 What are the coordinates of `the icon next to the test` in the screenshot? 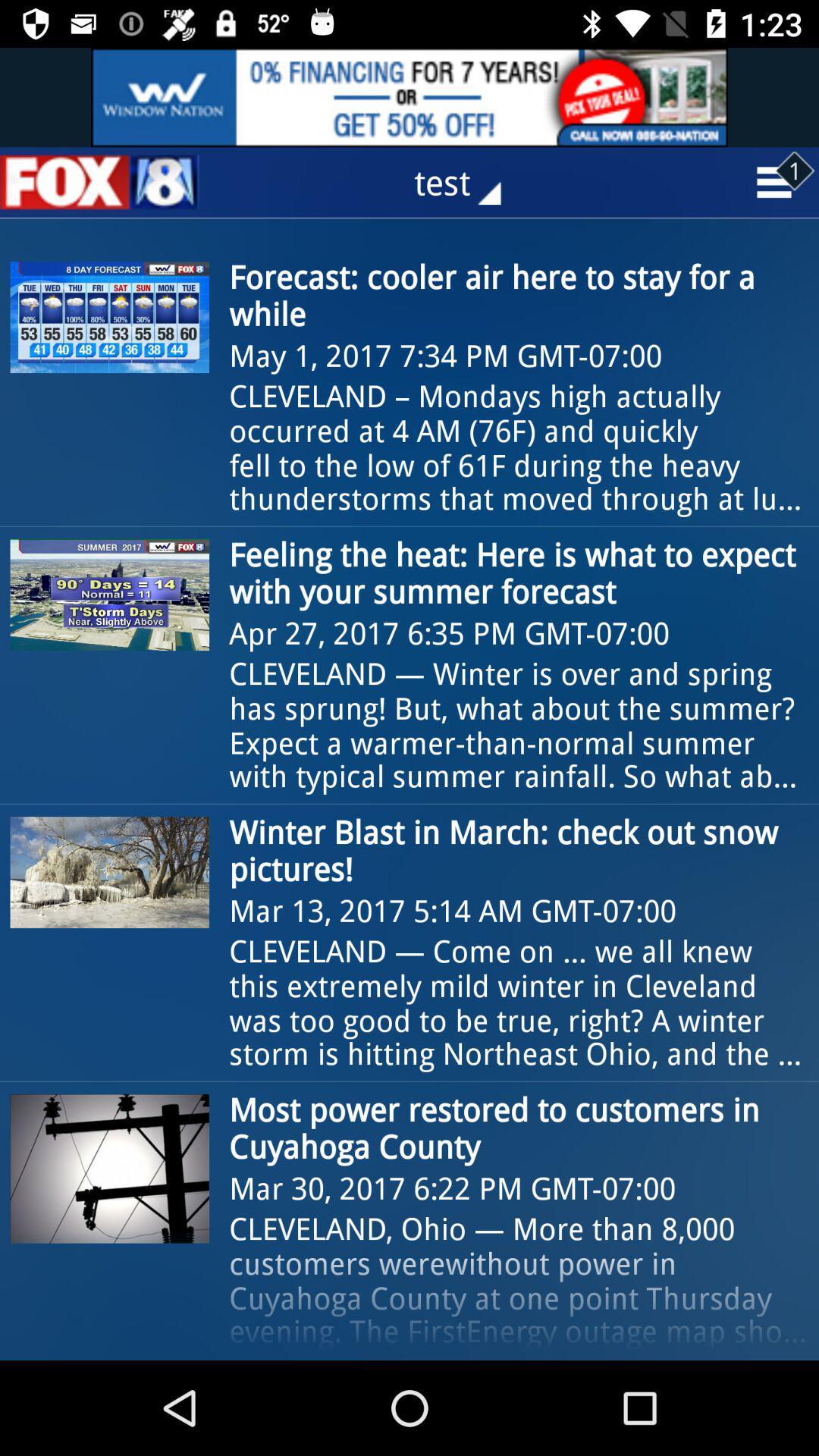 It's located at (99, 182).